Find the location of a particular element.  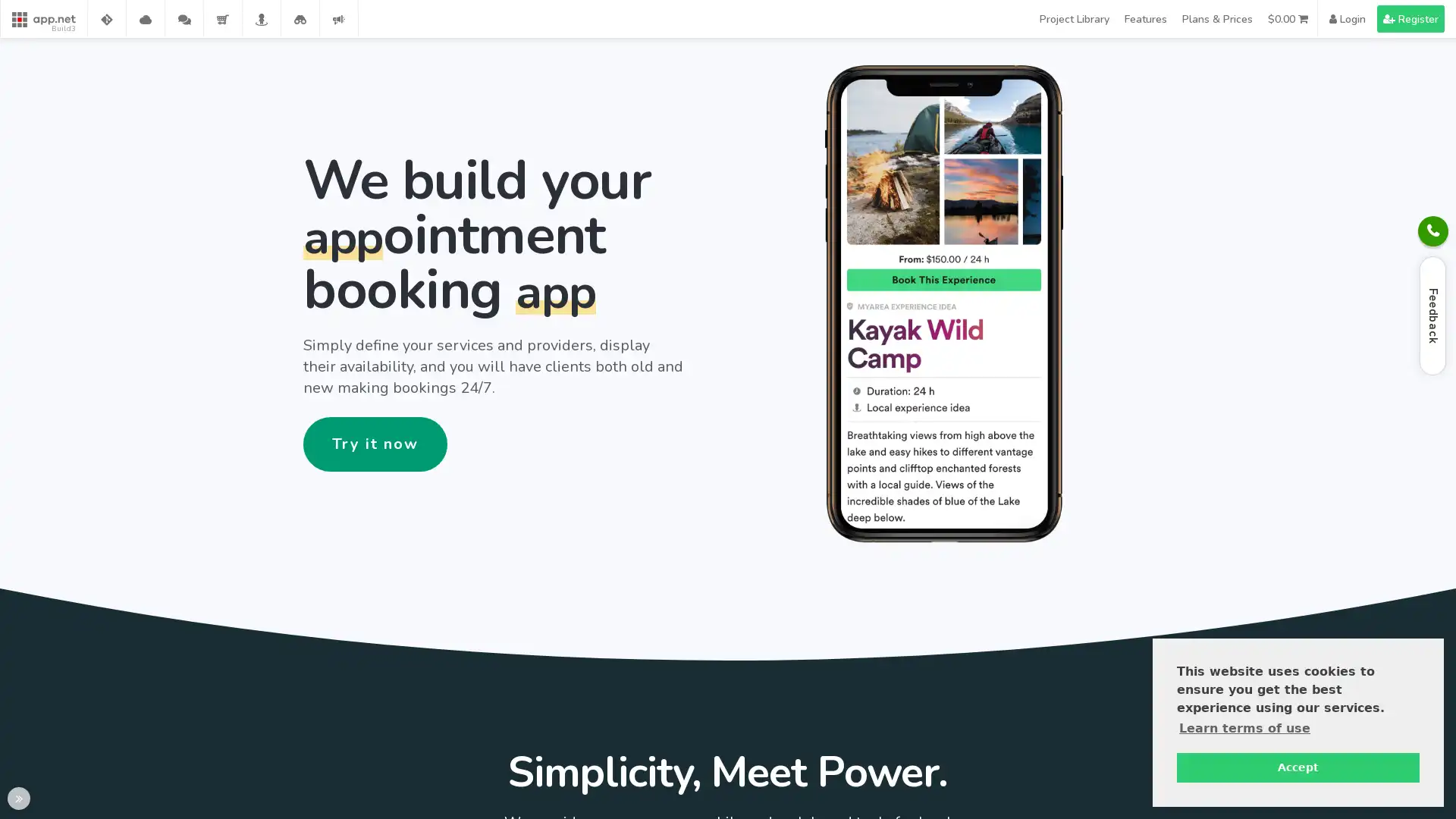

dismiss cookie message is located at coordinates (1298, 767).